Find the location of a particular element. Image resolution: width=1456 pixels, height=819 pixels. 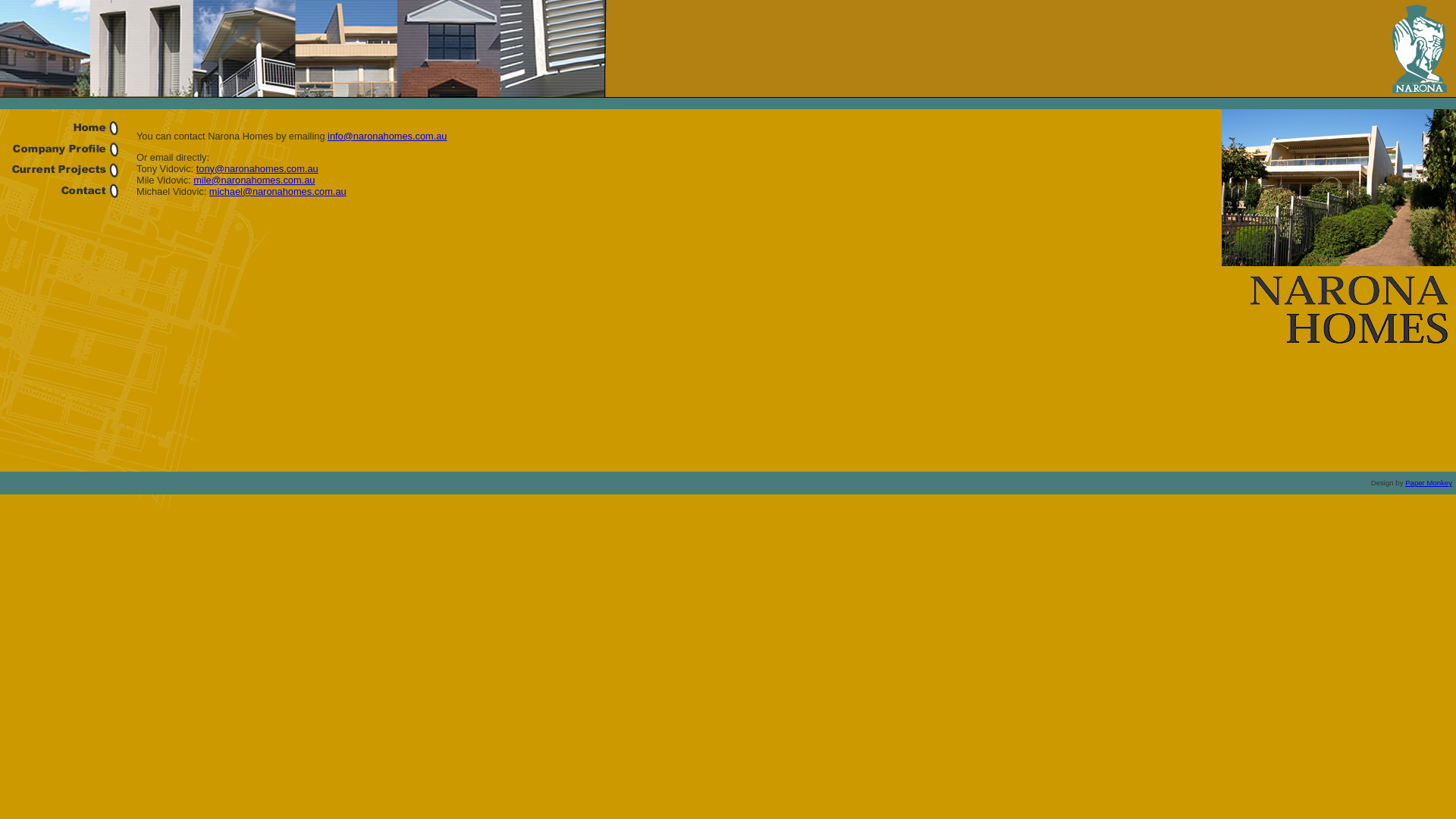

'michael@naronahomes.com.au' is located at coordinates (278, 190).